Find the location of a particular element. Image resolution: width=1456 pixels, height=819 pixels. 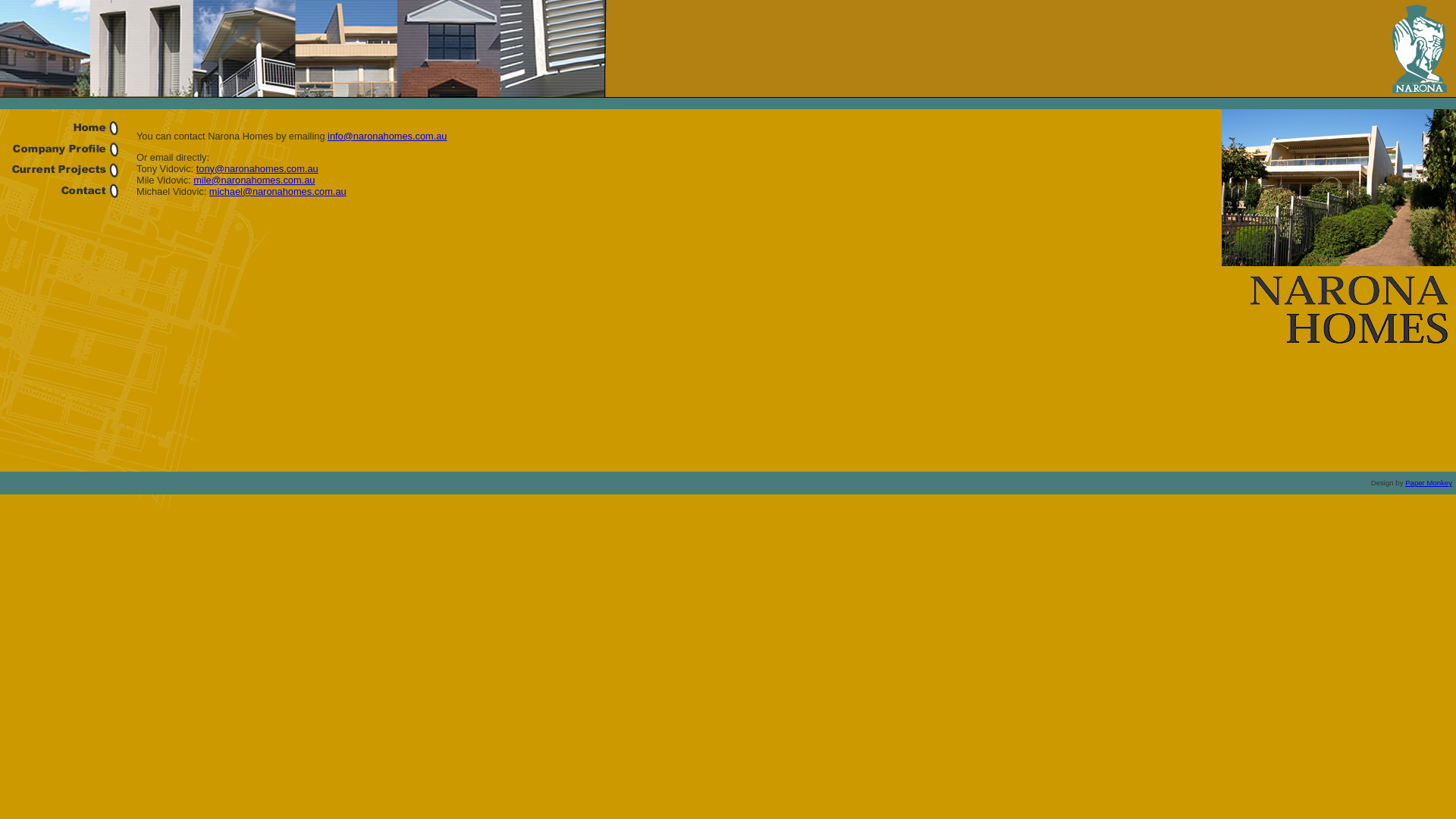

'michael@naronahomes.com.au' is located at coordinates (278, 190).